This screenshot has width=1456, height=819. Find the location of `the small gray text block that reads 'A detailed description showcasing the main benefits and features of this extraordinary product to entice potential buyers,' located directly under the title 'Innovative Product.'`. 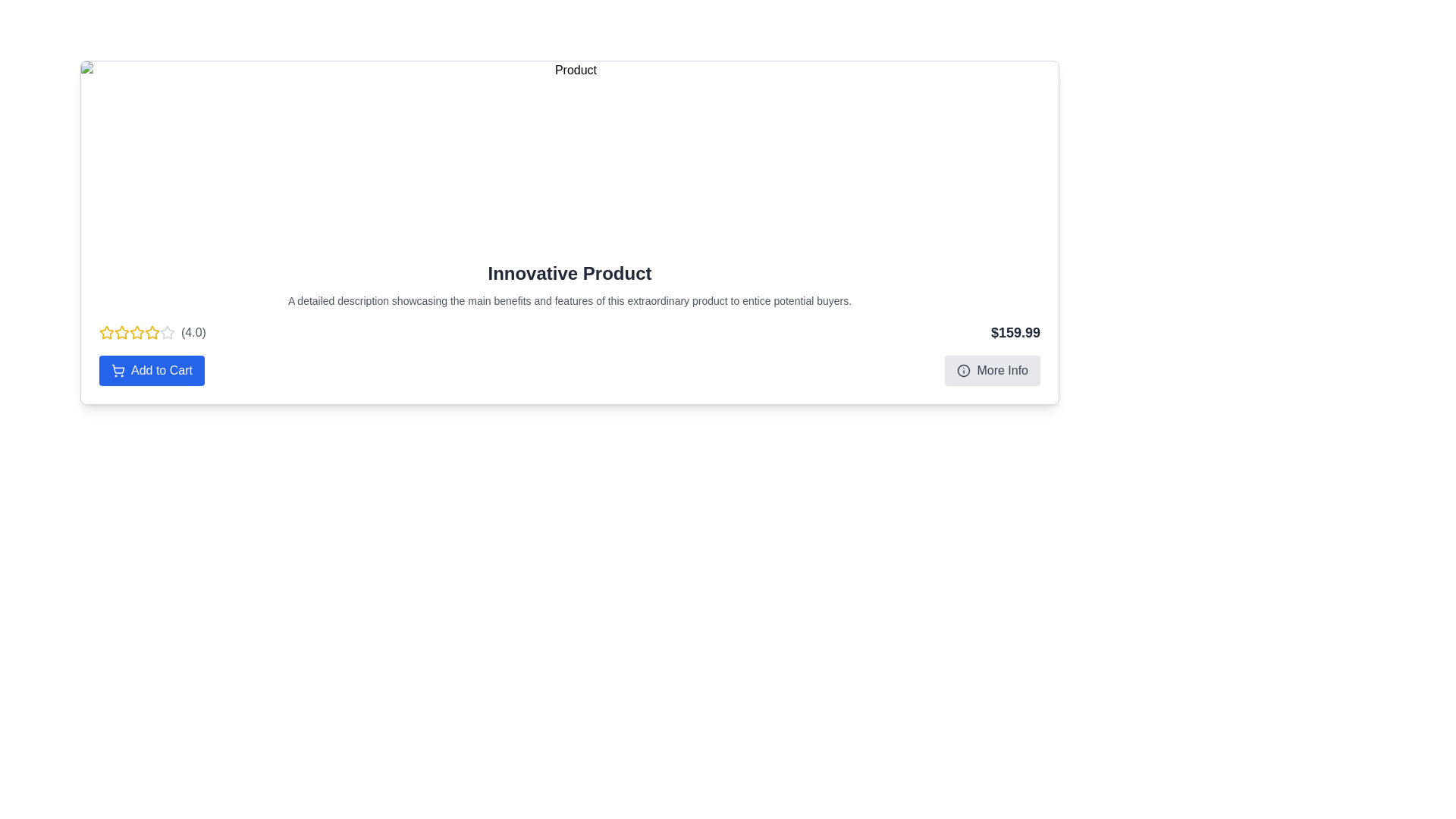

the small gray text block that reads 'A detailed description showcasing the main benefits and features of this extraordinary product to entice potential buyers,' located directly under the title 'Innovative Product.' is located at coordinates (569, 301).